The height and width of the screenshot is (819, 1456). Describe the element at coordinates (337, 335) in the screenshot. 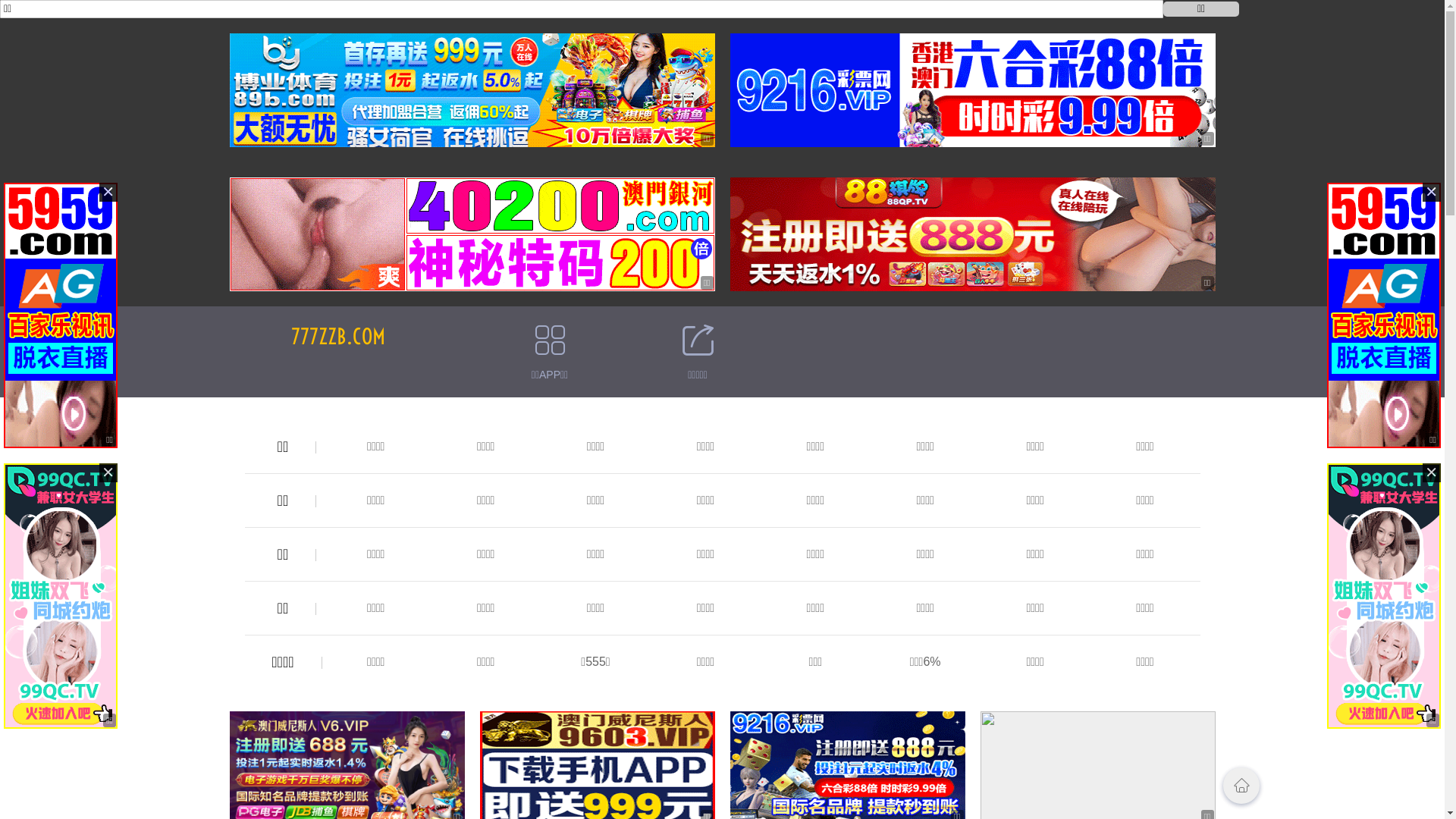

I see `'777ZZB.COM'` at that location.